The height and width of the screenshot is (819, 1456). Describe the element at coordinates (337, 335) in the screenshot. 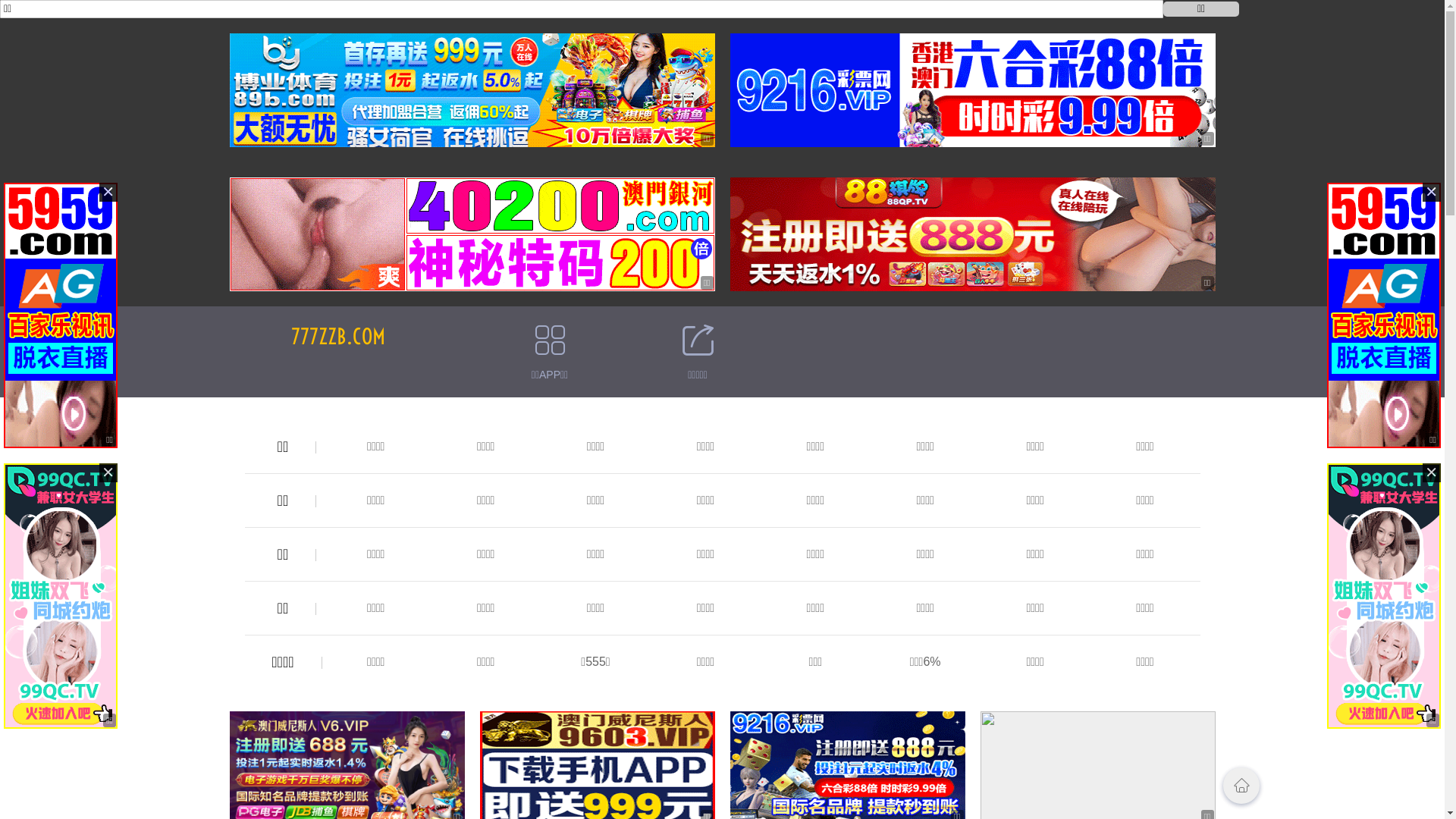

I see `'777ZZB.COM'` at that location.